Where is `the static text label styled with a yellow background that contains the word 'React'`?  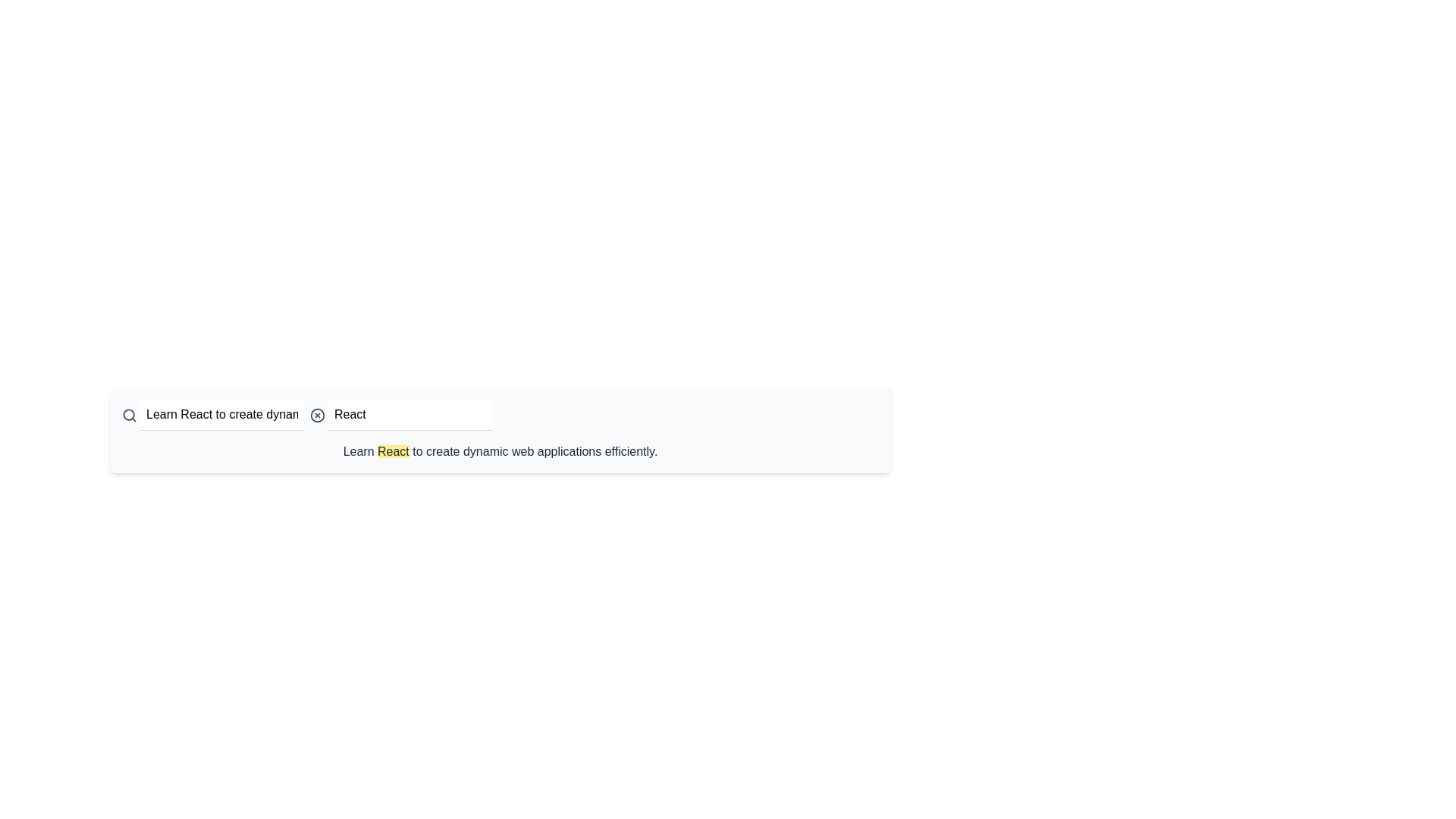 the static text label styled with a yellow background that contains the word 'React' is located at coordinates (393, 450).